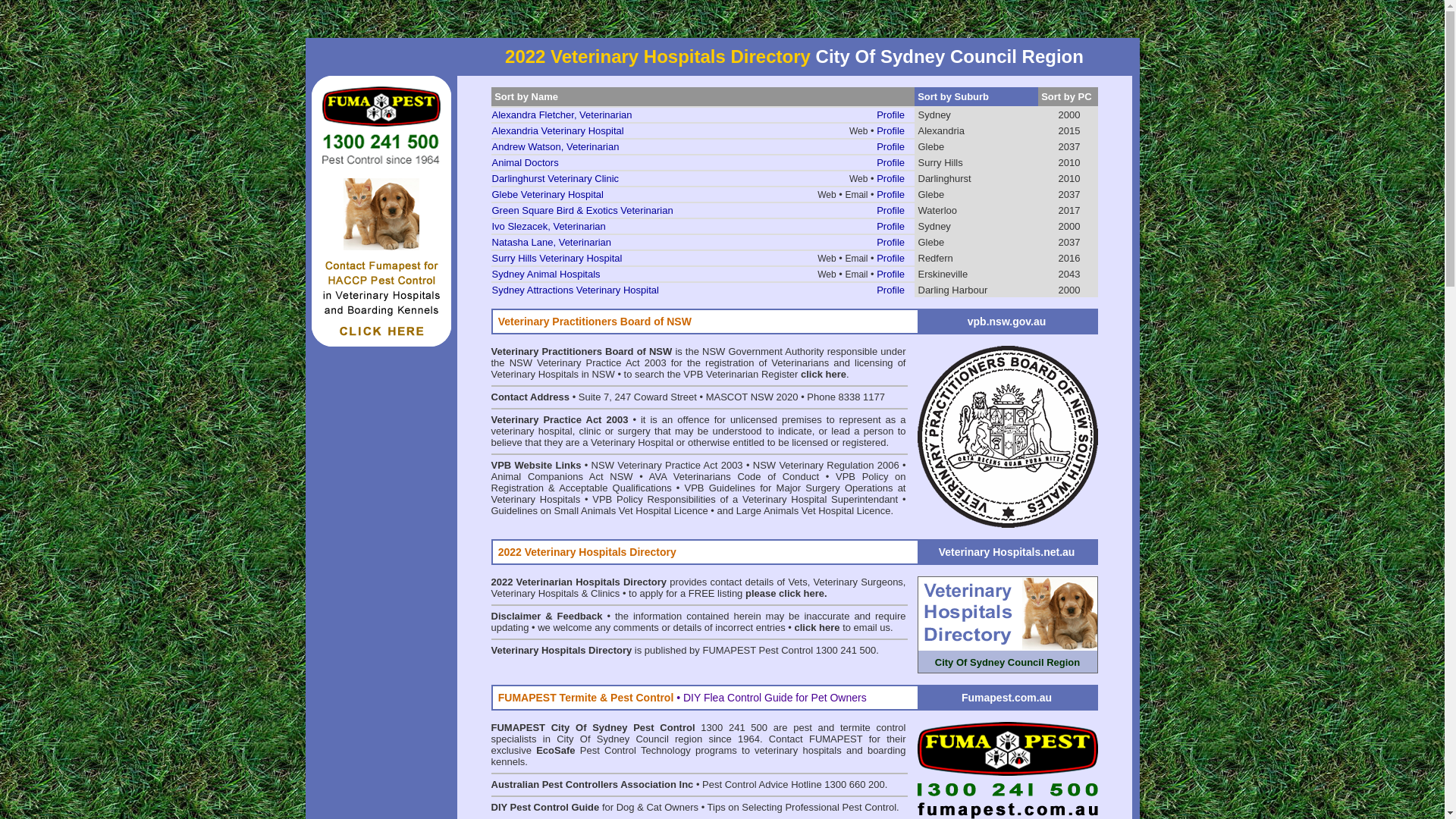  What do you see at coordinates (916, 114) in the screenshot?
I see `'Sydney'` at bounding box center [916, 114].